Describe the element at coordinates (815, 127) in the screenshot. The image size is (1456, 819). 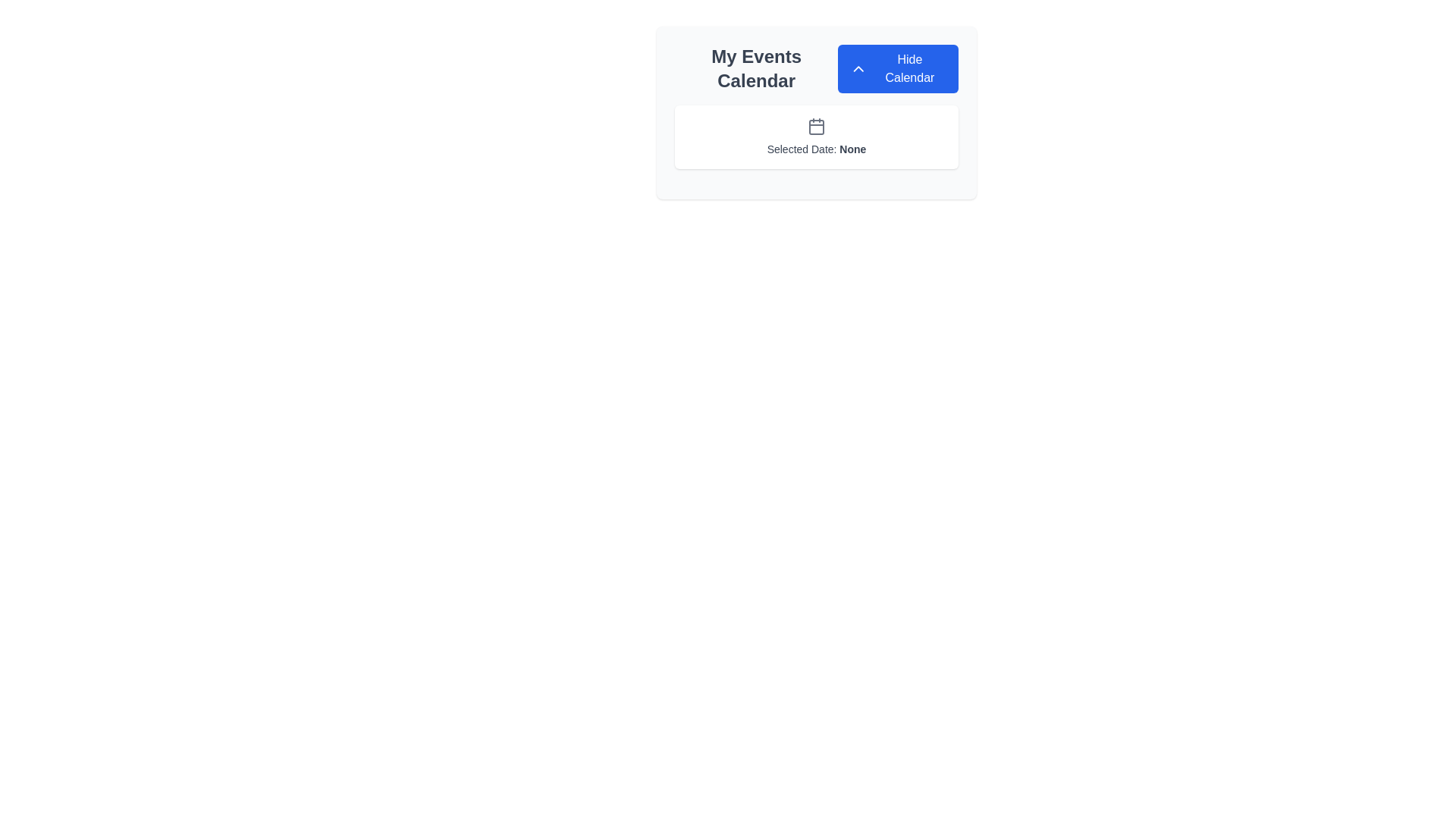
I see `the small rectangular calendar icon with a gray outline located below the 'My Events Calendar' heading` at that location.